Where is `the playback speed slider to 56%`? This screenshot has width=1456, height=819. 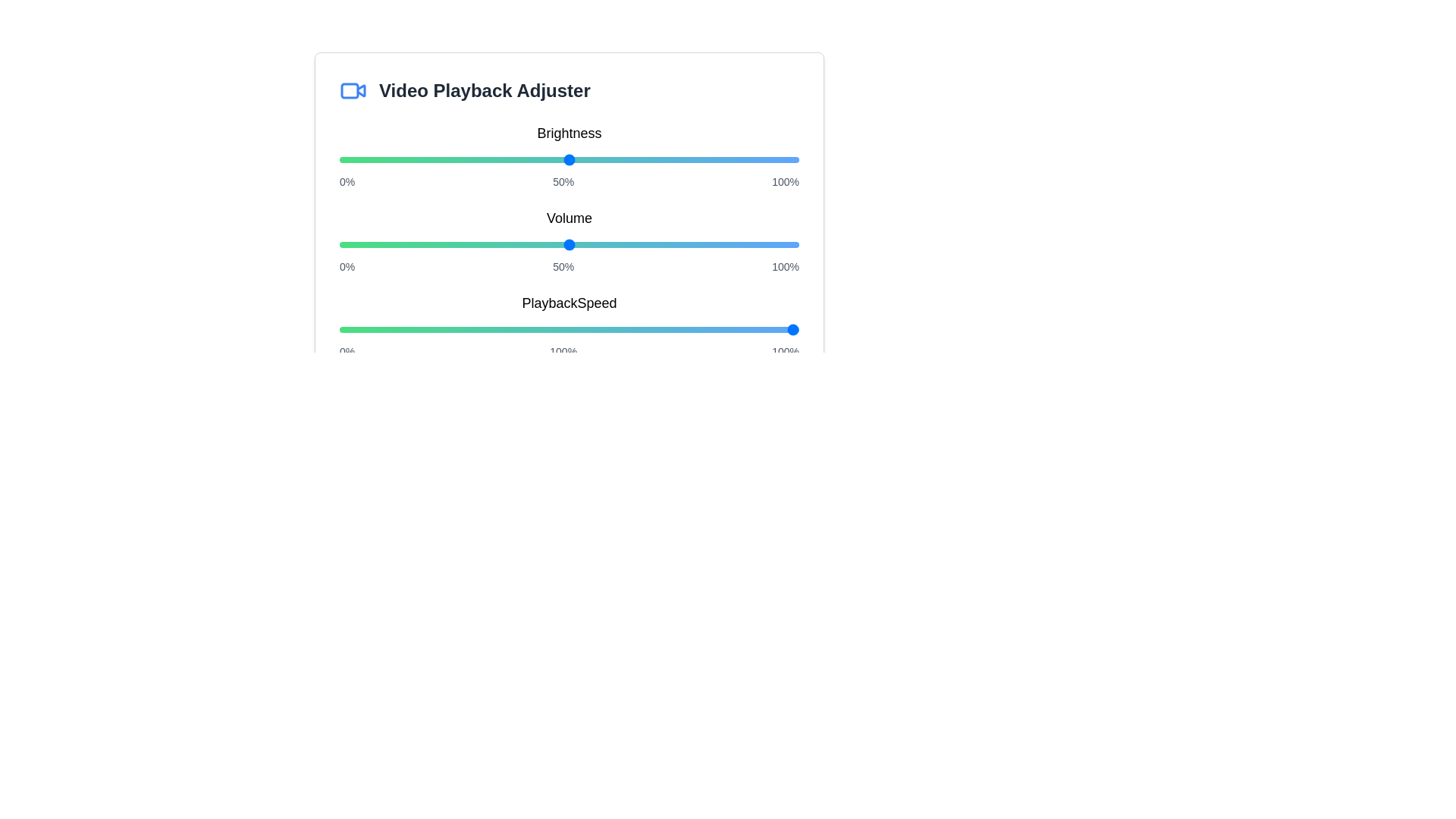 the playback speed slider to 56% is located at coordinates (596, 329).